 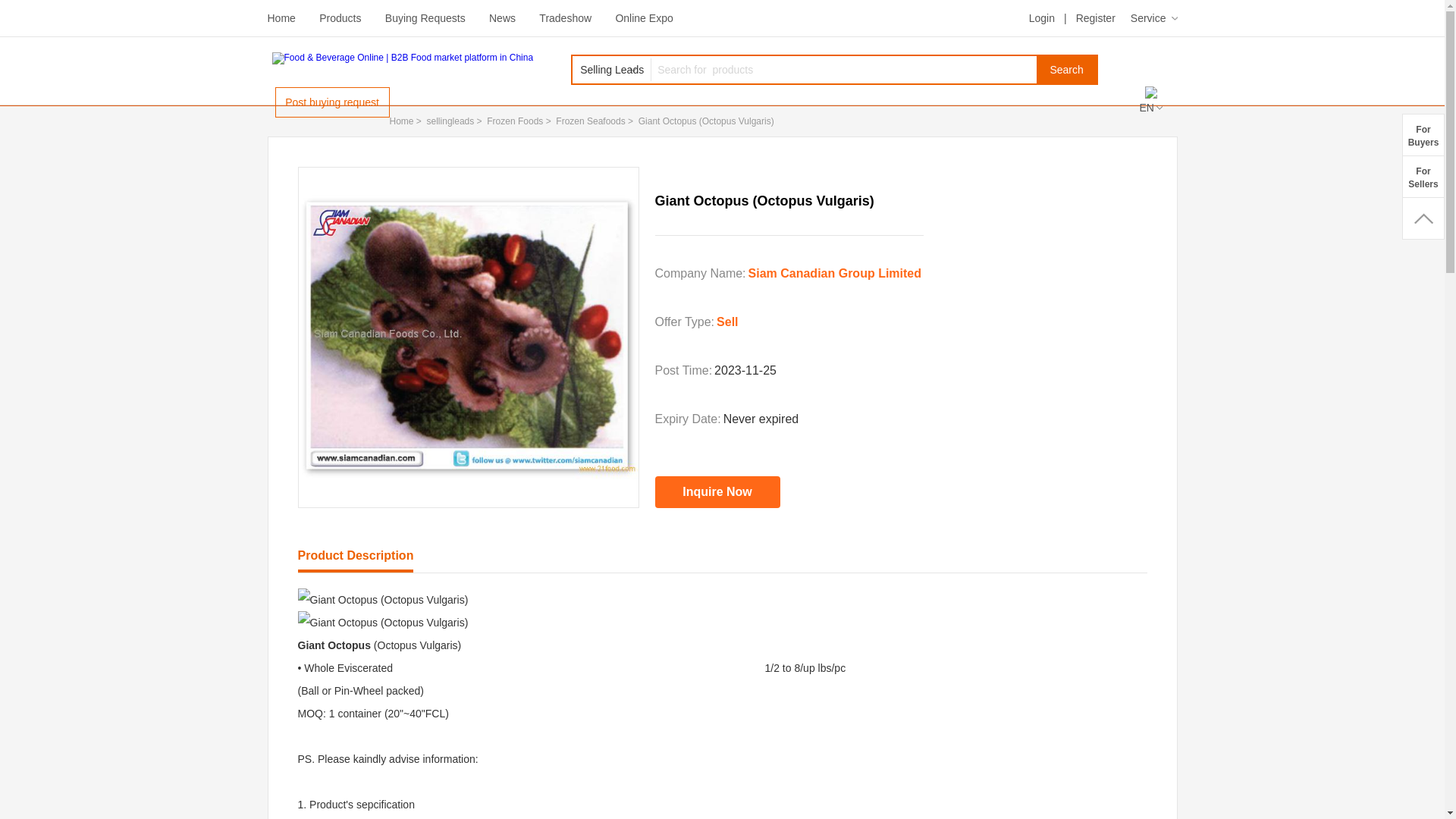 What do you see at coordinates (487, 120) in the screenshot?
I see `'Frozen Foods'` at bounding box center [487, 120].